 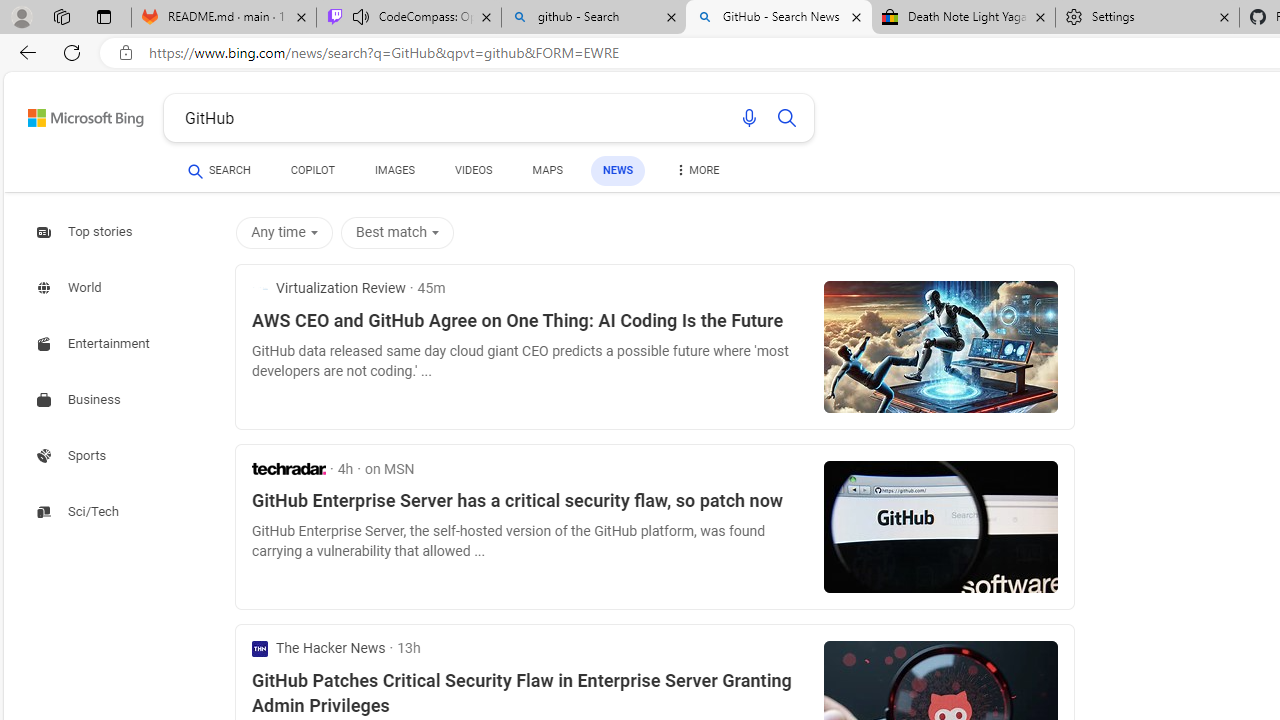 I want to click on 'NEWS', so click(x=617, y=170).